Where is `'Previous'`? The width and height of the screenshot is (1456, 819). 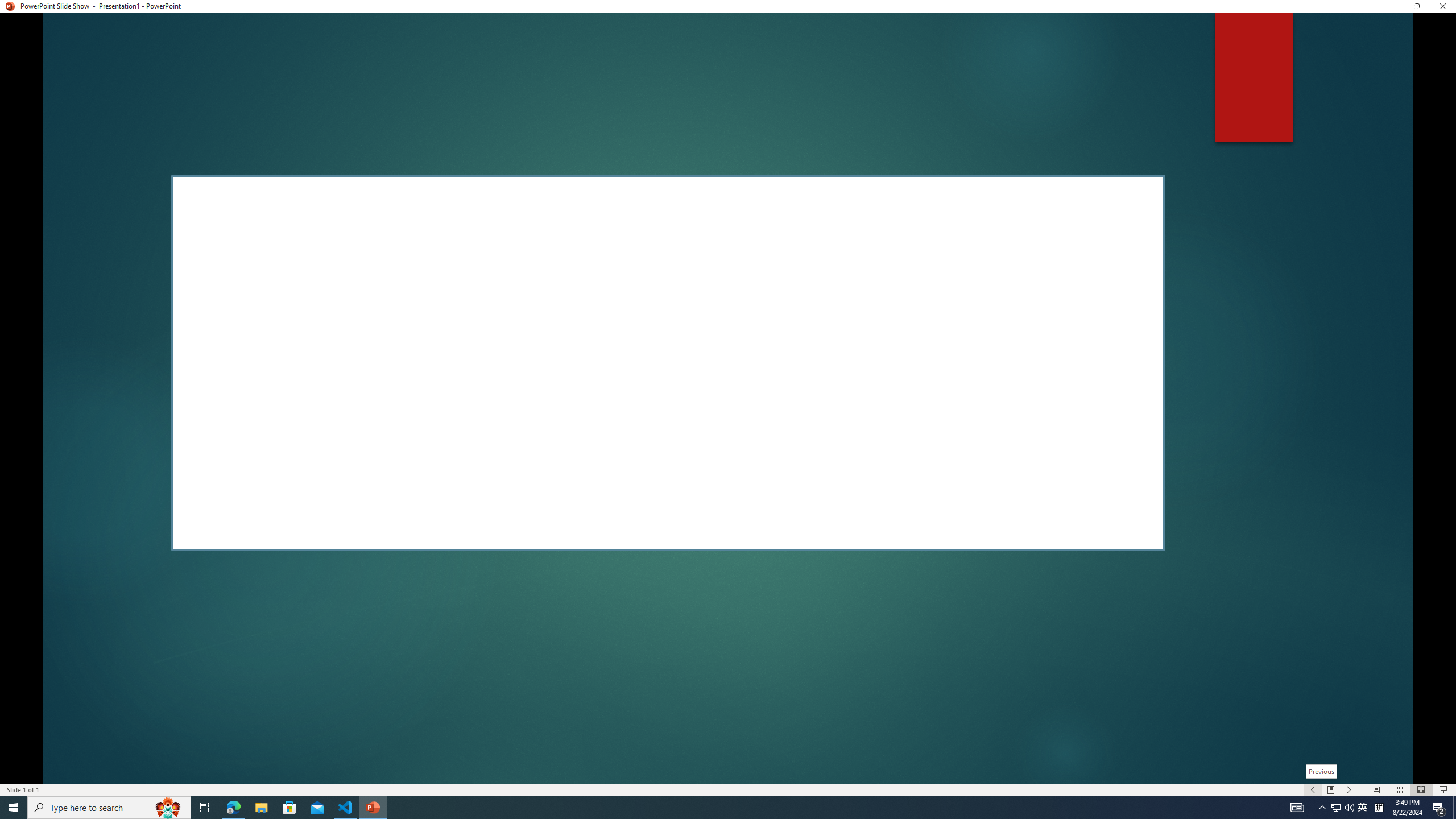 'Previous' is located at coordinates (1321, 771).